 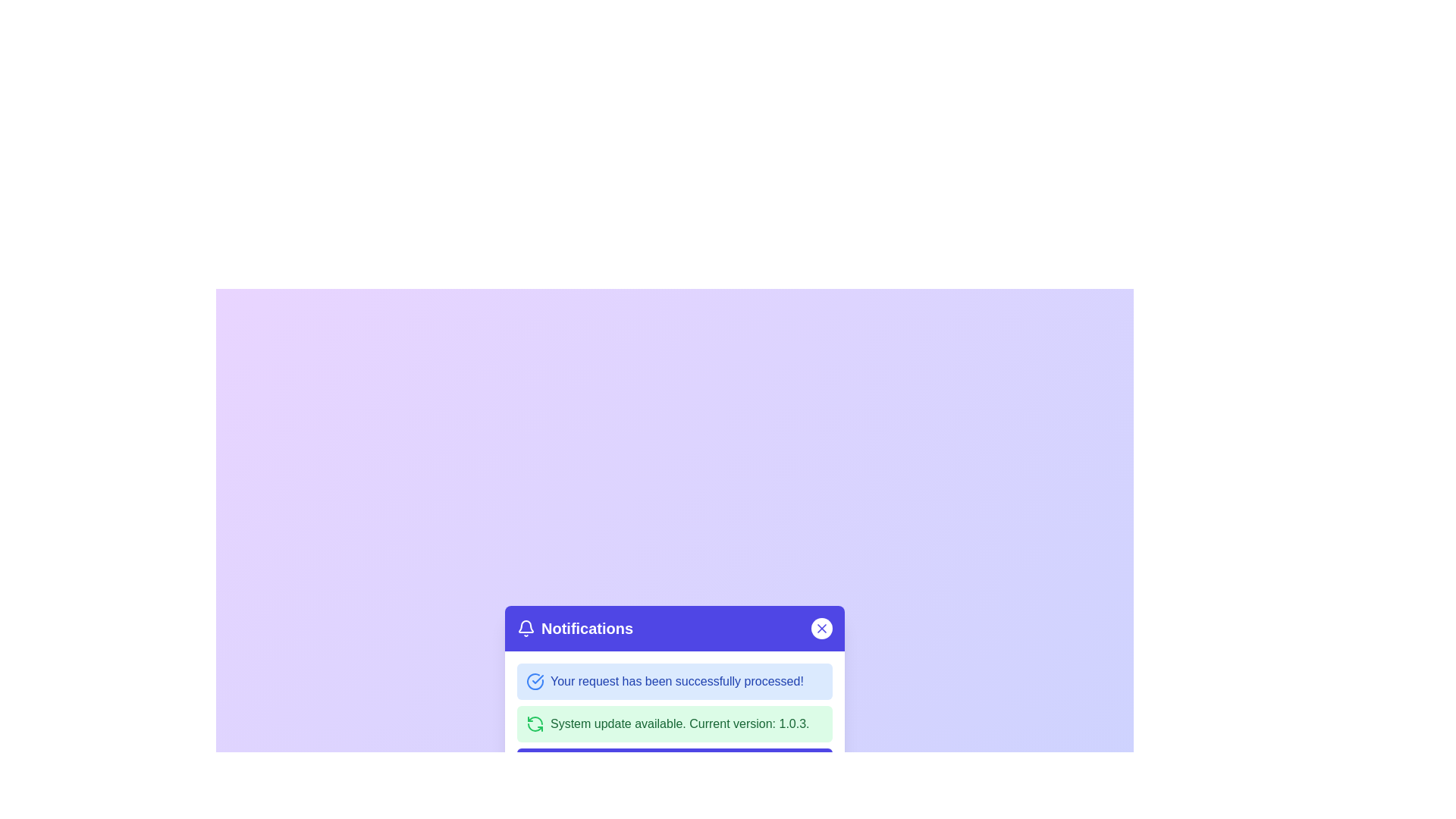 What do you see at coordinates (821, 629) in the screenshot?
I see `the close button located at the top-right corner of the 'Notifications' header bar to observe potential hover effects` at bounding box center [821, 629].